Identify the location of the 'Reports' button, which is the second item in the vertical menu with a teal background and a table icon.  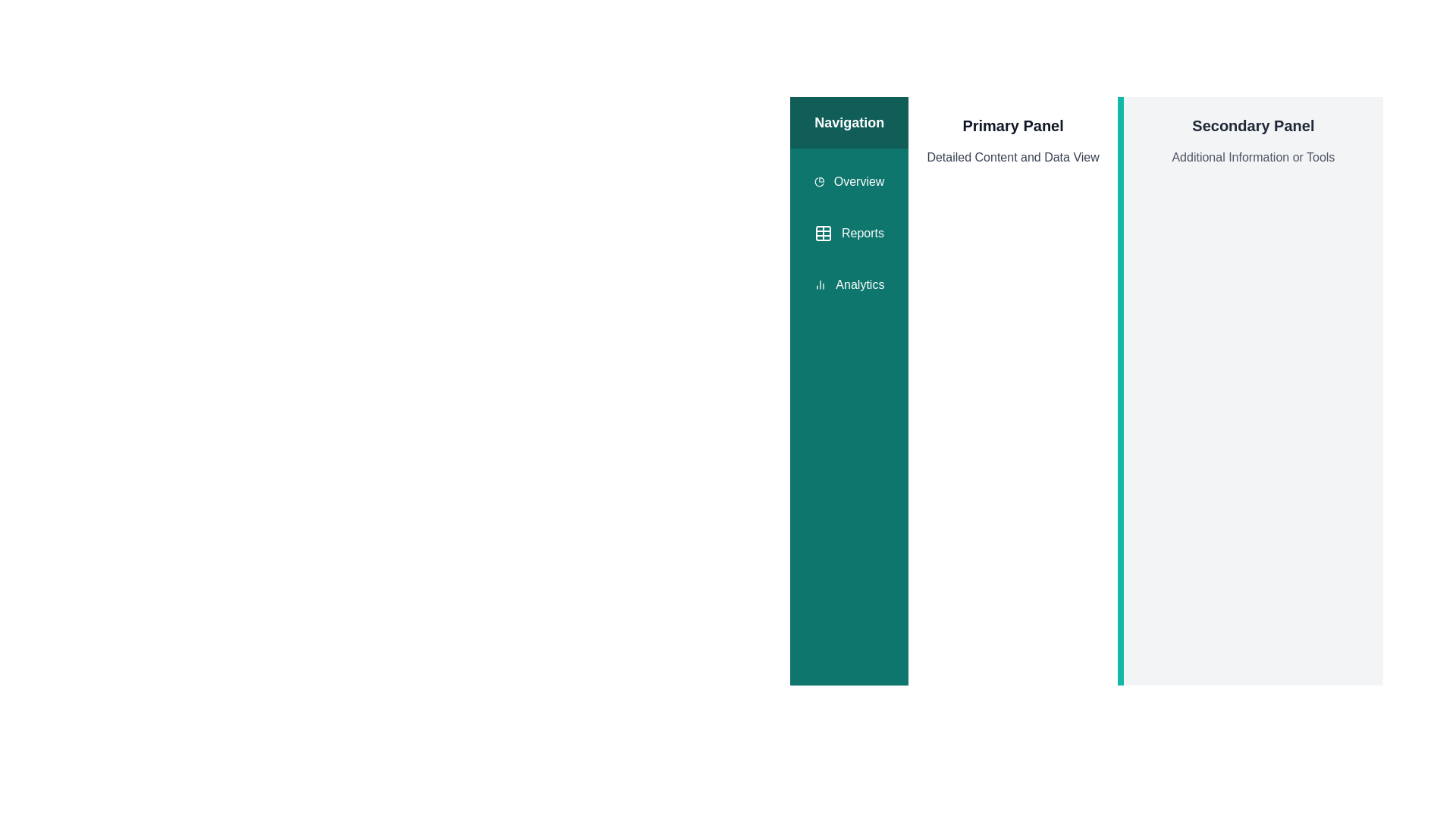
(848, 234).